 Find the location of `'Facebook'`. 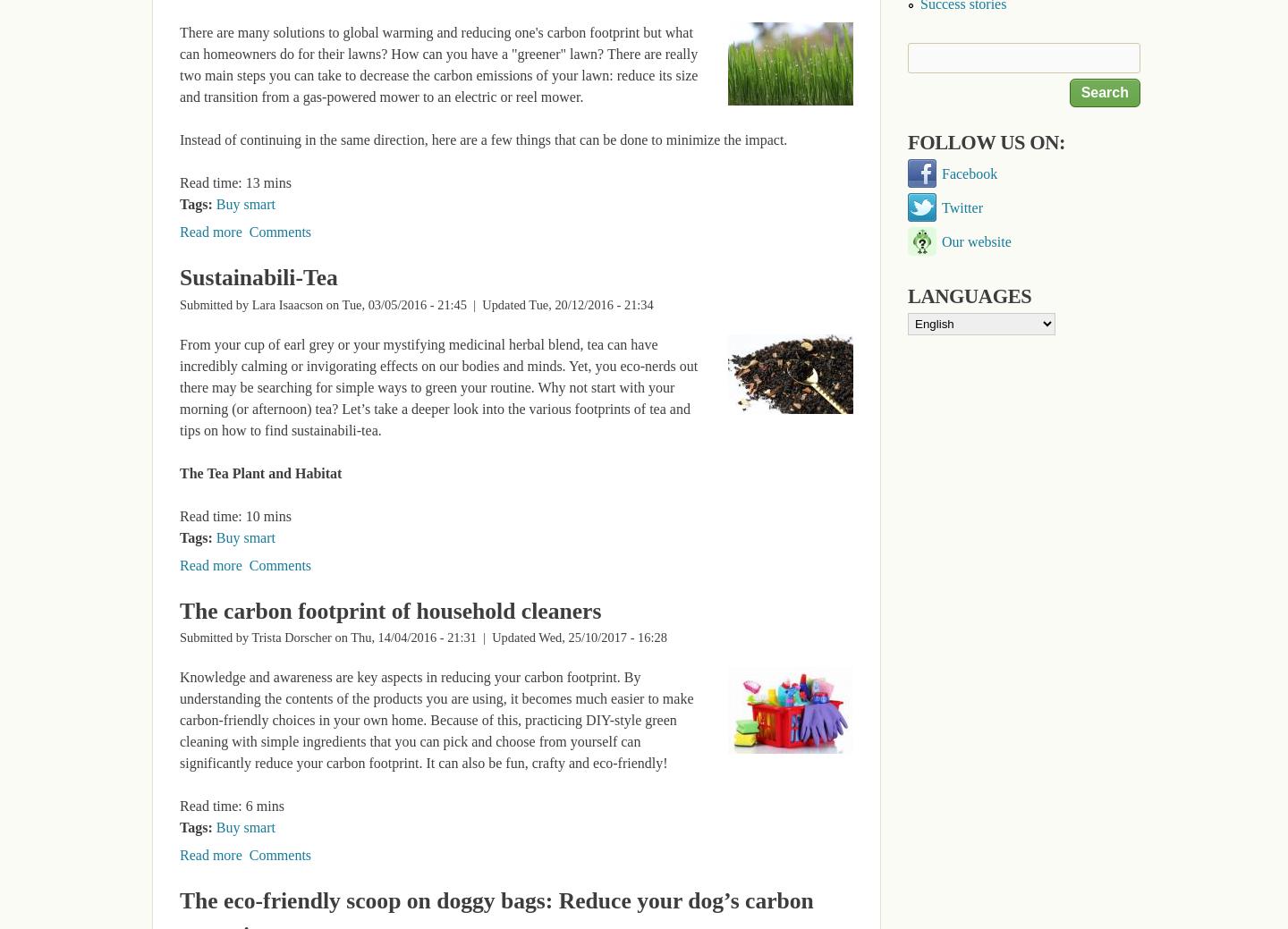

'Facebook' is located at coordinates (941, 173).